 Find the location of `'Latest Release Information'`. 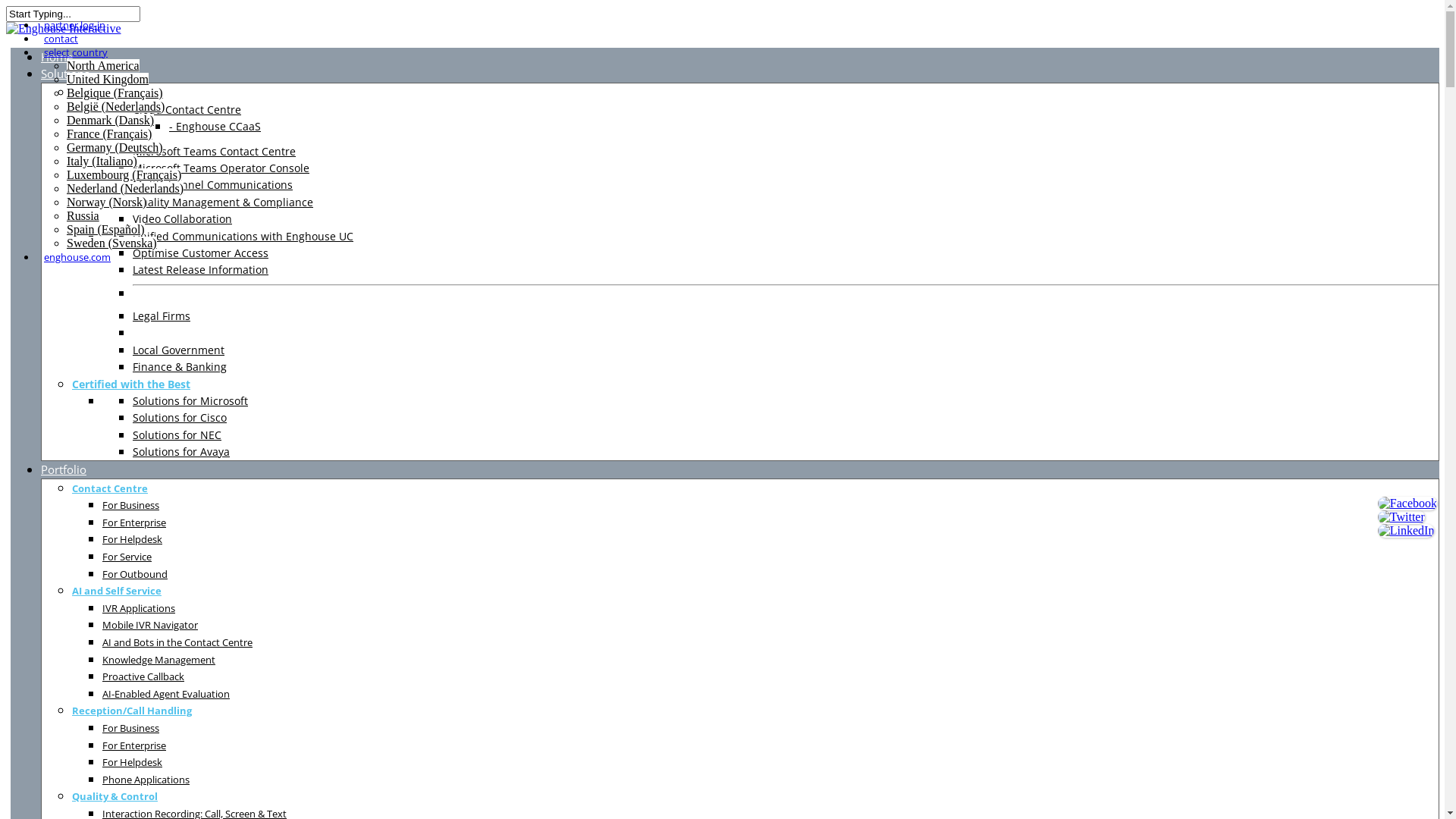

'Latest Release Information' is located at coordinates (199, 268).